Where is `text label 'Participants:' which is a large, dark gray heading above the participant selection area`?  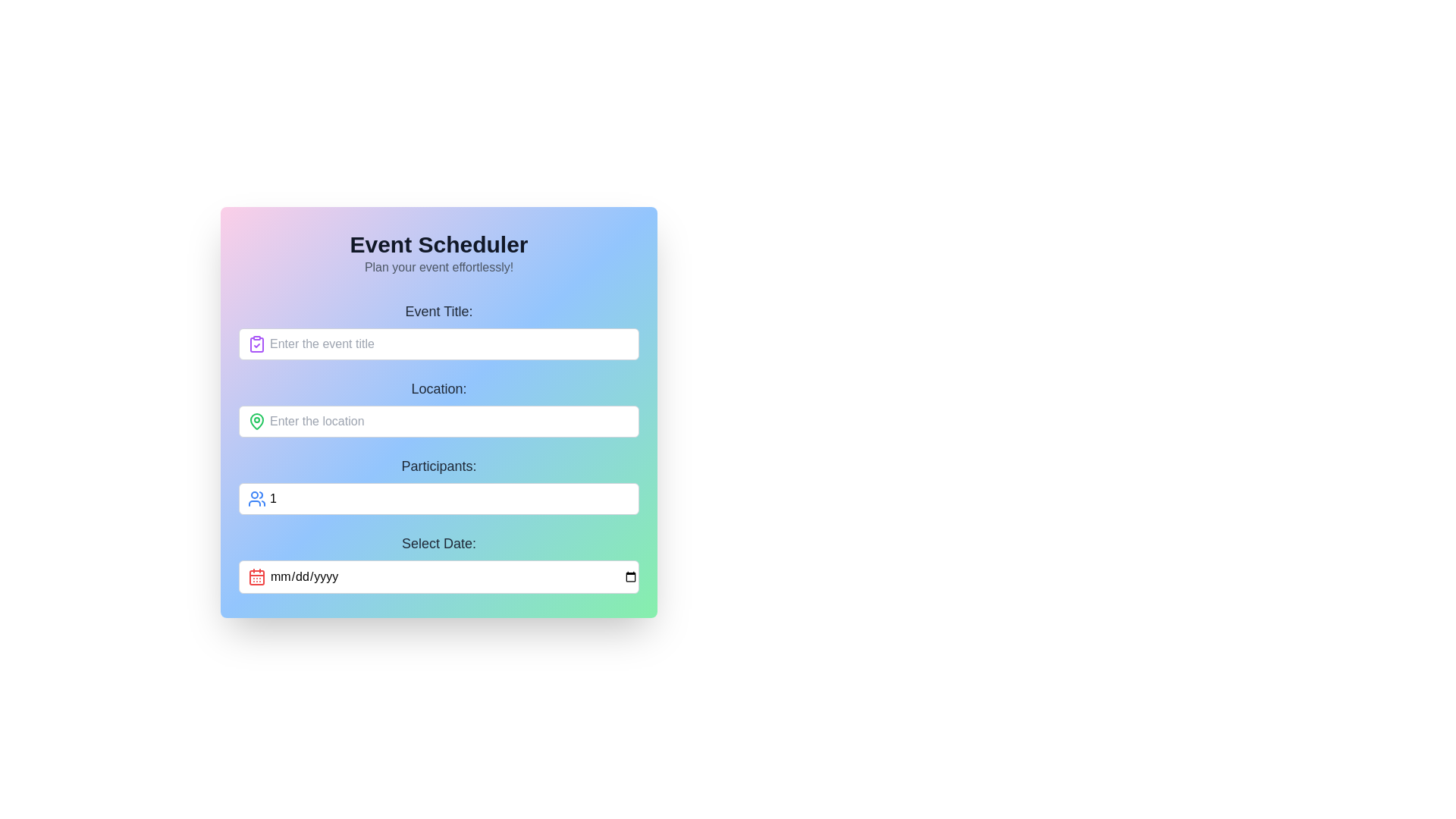
text label 'Participants:' which is a large, dark gray heading above the participant selection area is located at coordinates (438, 465).